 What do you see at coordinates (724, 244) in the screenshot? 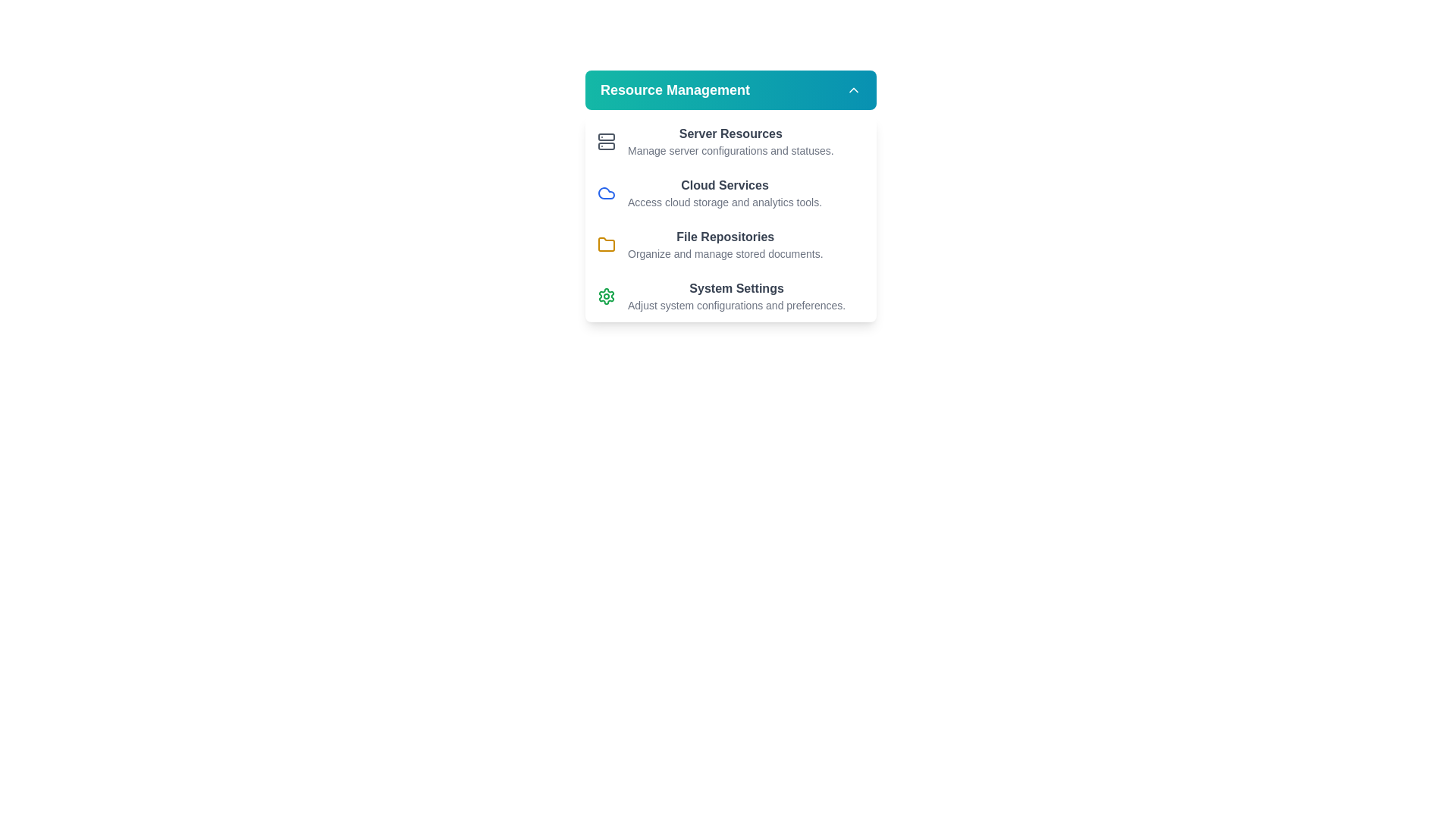
I see `the static text-based navigation option for accessing file repositories located in the 'Resource Management' menu, positioned between 'Cloud Services' and 'System Settings'` at bounding box center [724, 244].